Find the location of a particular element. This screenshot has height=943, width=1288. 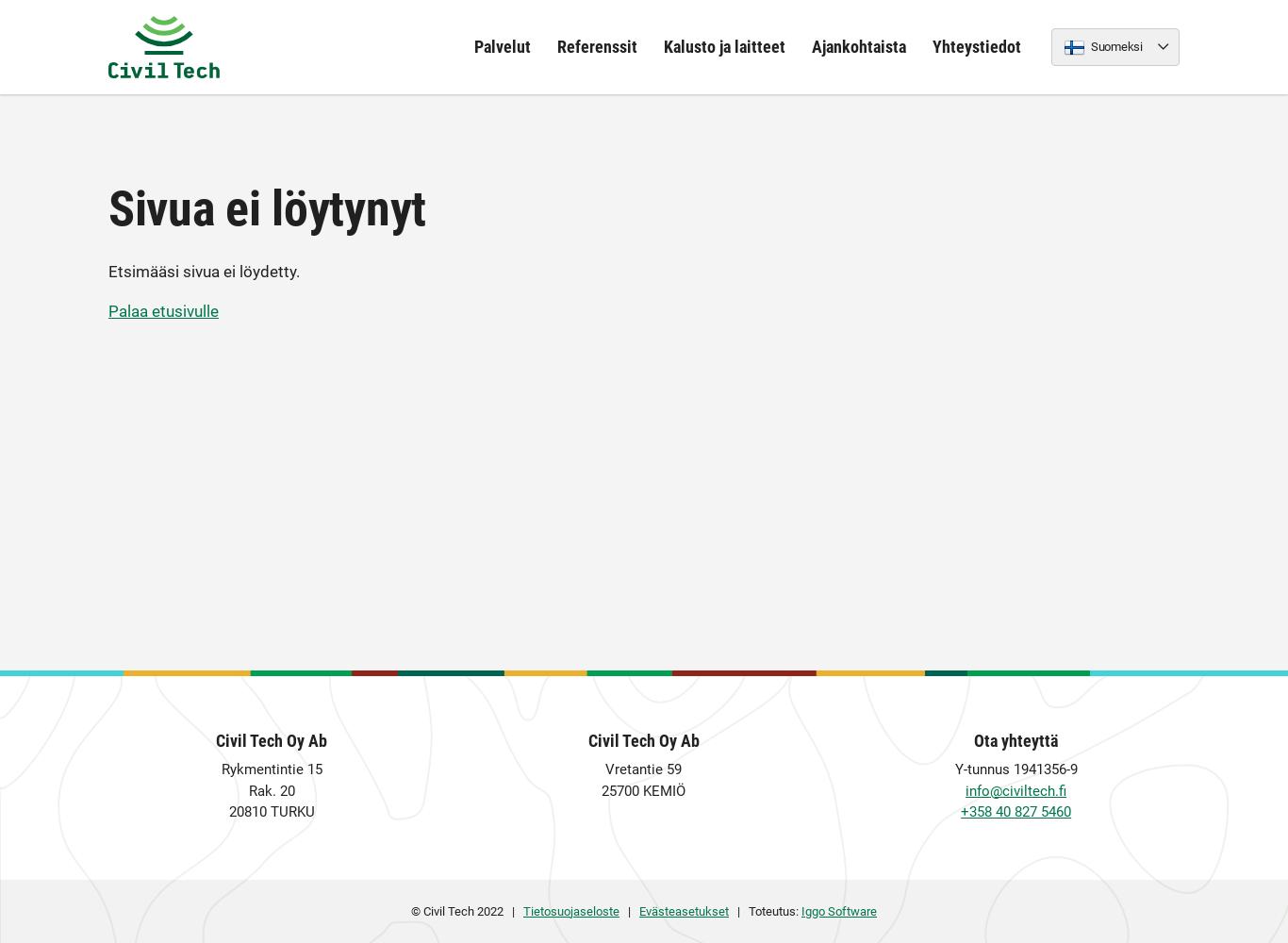

'Ota yhteyttä' is located at coordinates (1015, 740).